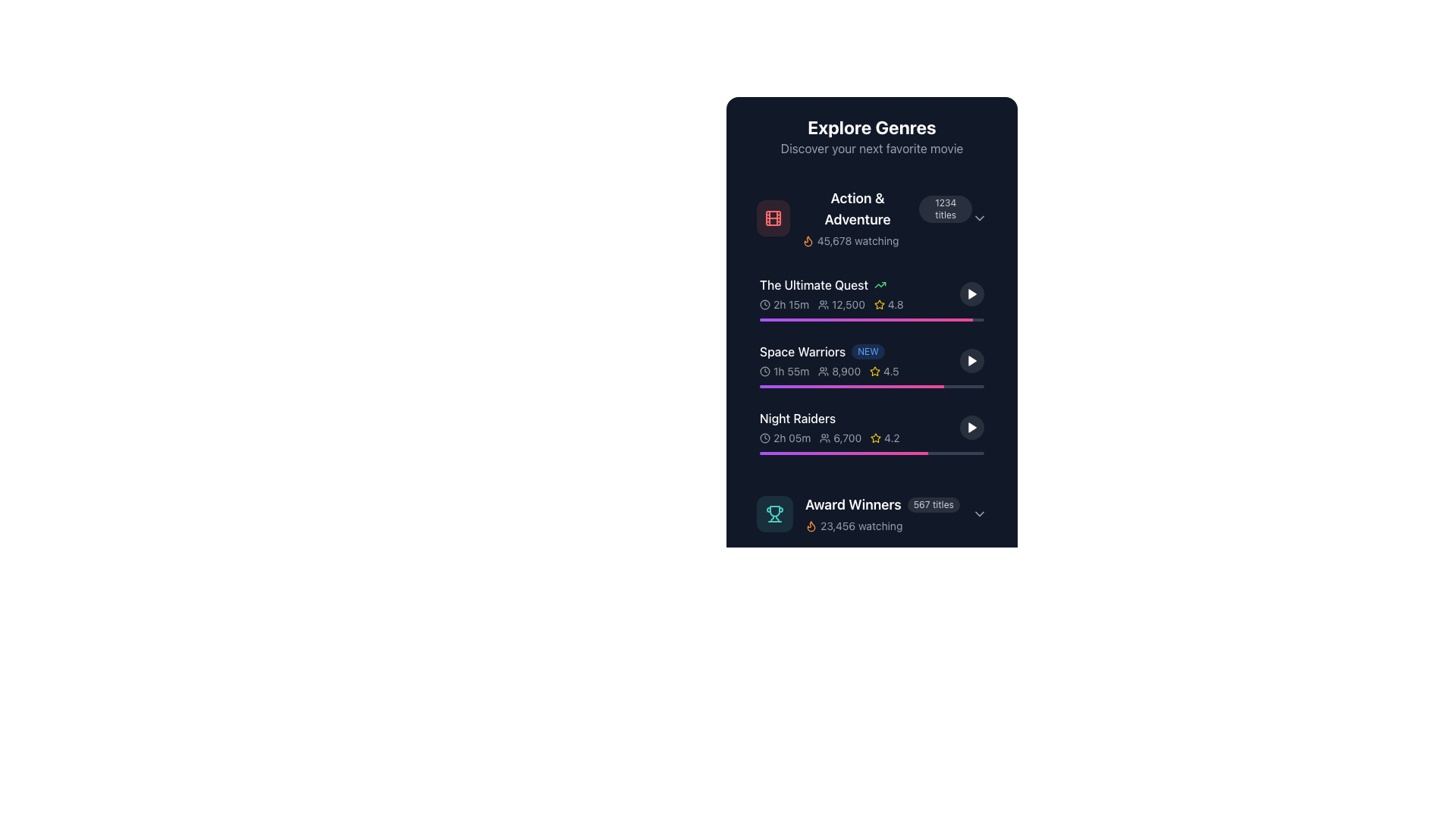 The height and width of the screenshot is (819, 1456). What do you see at coordinates (839, 371) in the screenshot?
I see `the text label displaying the number of viewers or participants for the 'Space Warriors' content, located in the second row under 'Explore Genres', between a clock icon and a rating score indicator` at bounding box center [839, 371].